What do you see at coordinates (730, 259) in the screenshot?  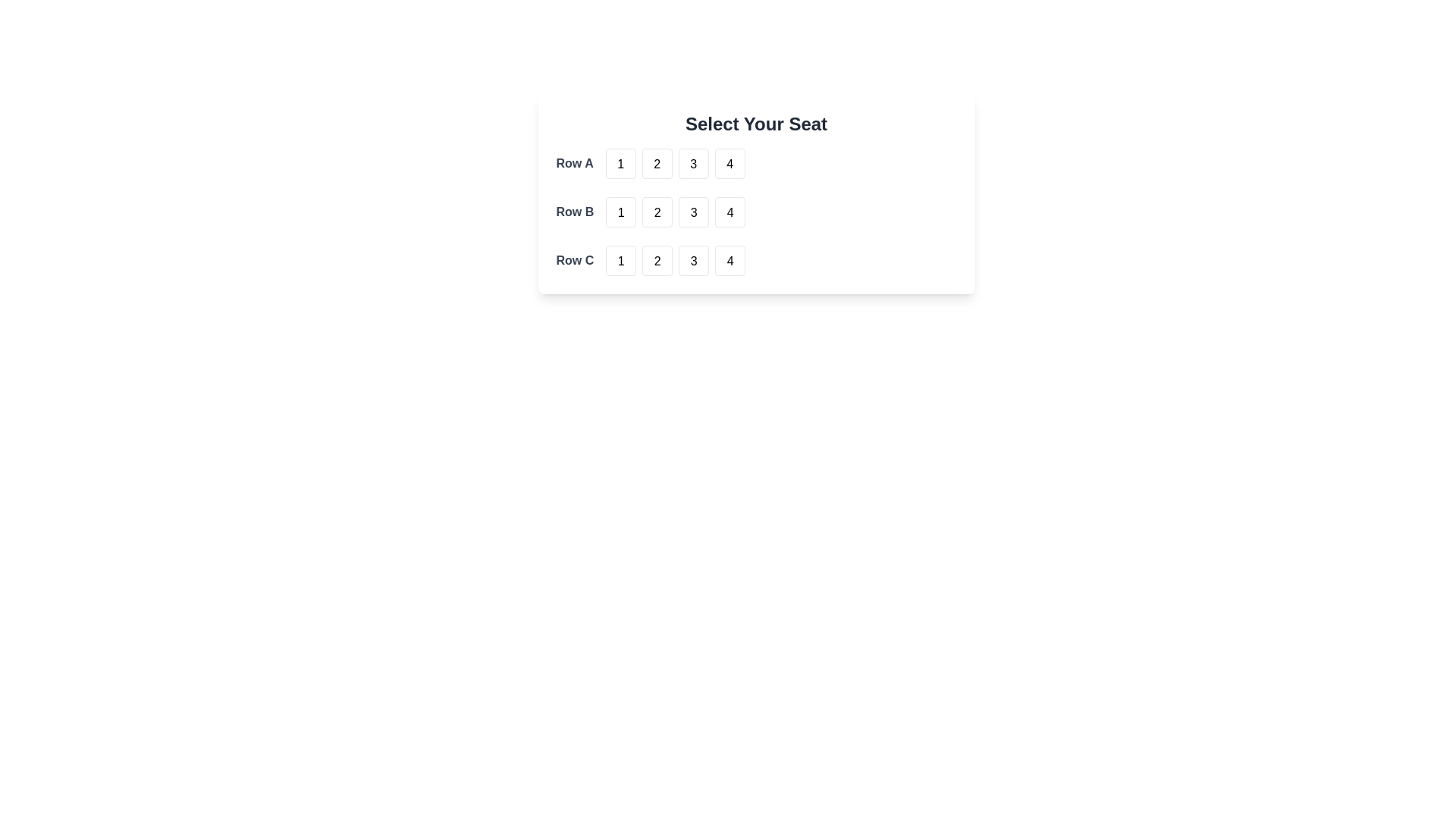 I see `the fourth button in 'Row C'` at bounding box center [730, 259].